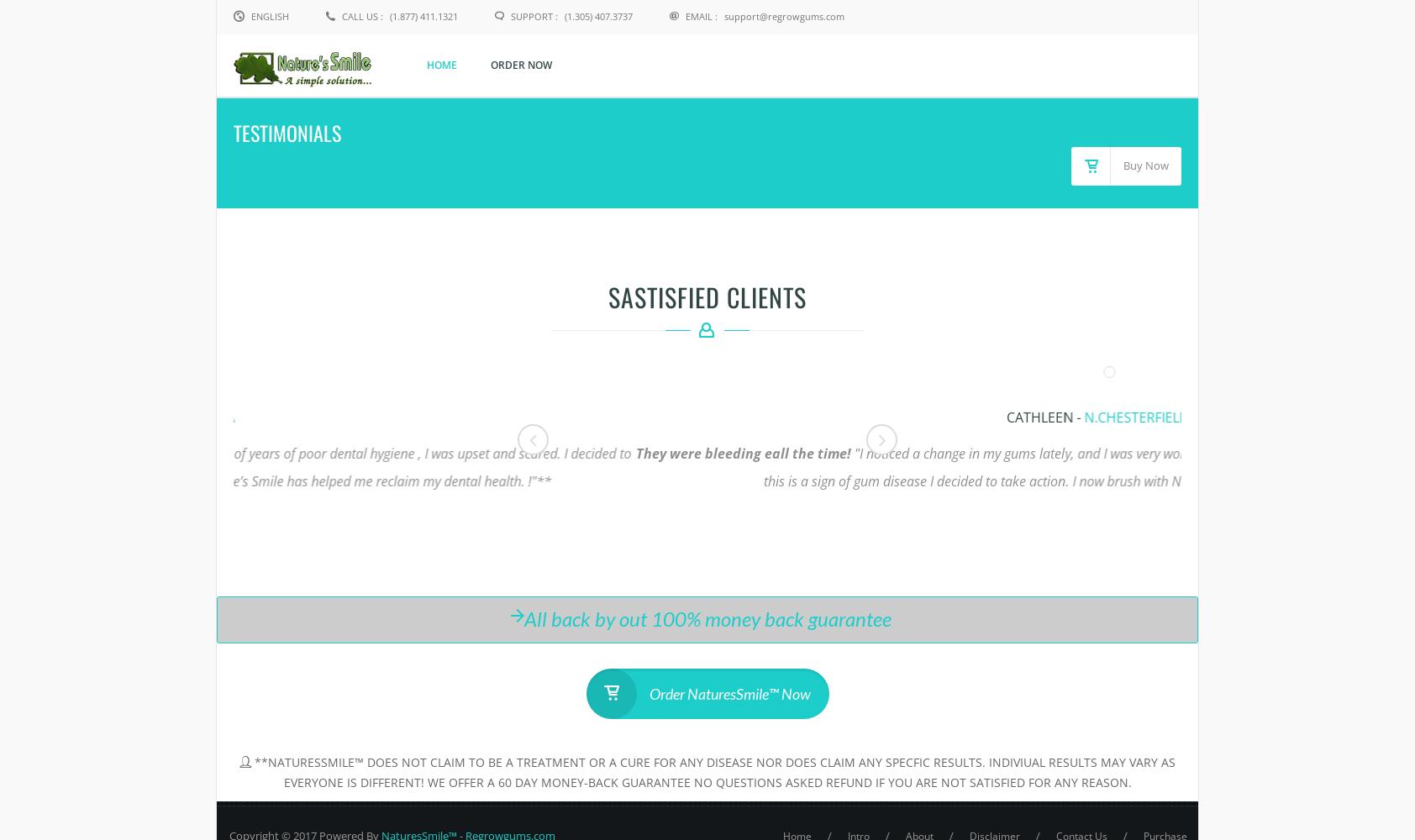 This screenshot has width=1415, height=840. What do you see at coordinates (728, 693) in the screenshot?
I see `'Order NaturesSmile™ Now'` at bounding box center [728, 693].